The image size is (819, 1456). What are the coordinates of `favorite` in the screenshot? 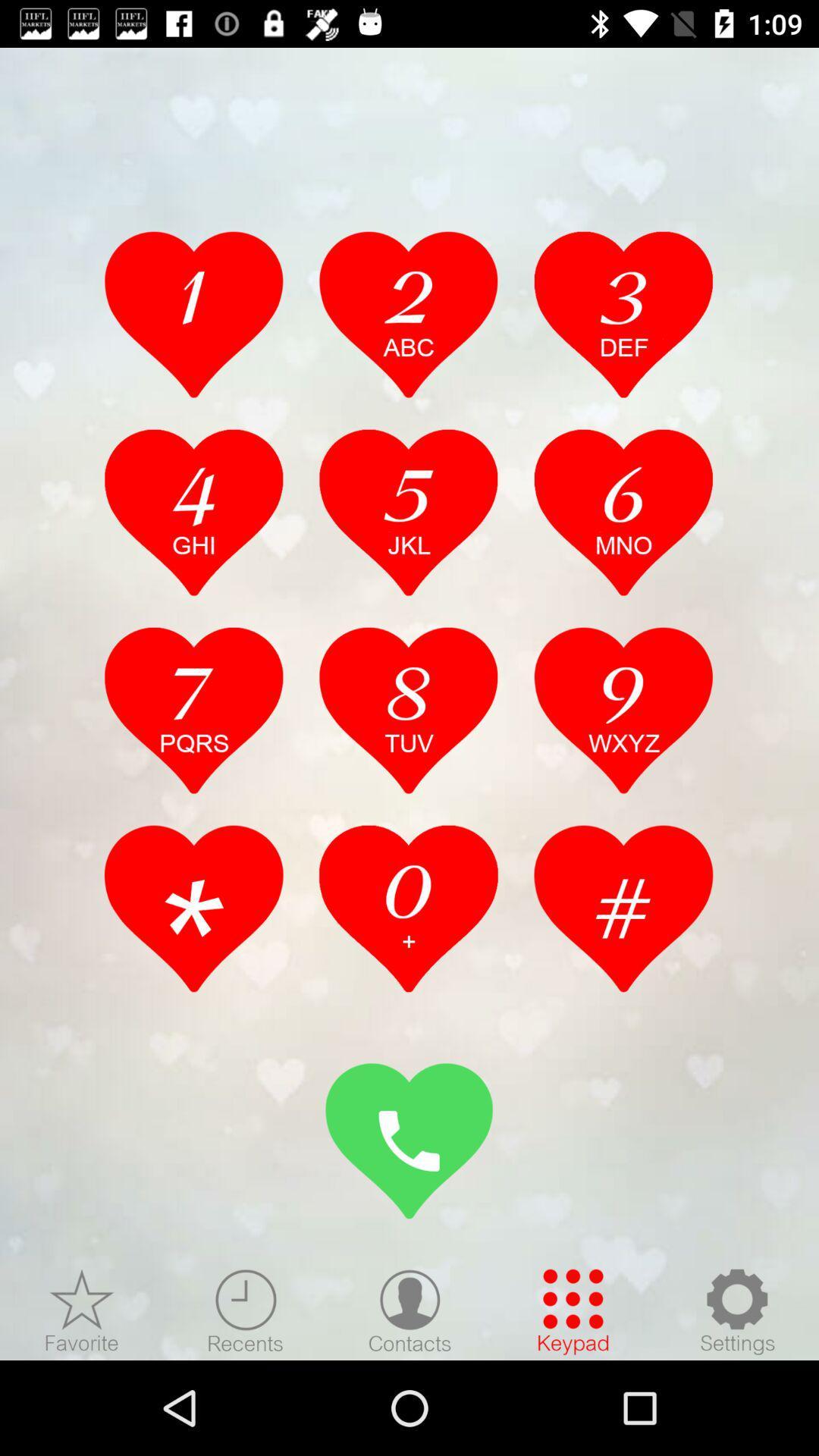 It's located at (82, 1310).